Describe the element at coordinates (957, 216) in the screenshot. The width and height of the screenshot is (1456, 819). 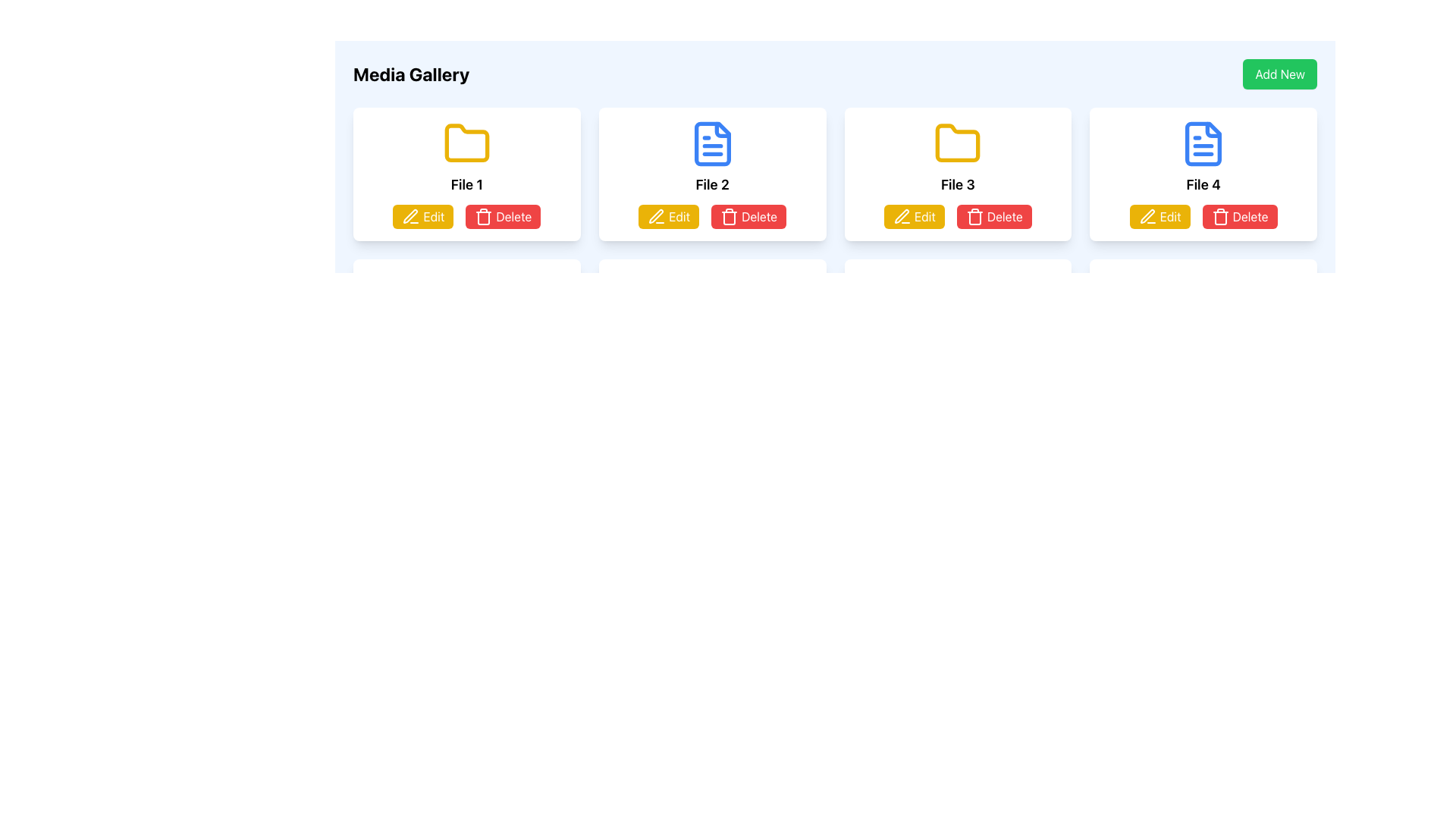
I see `the group of buttons labeled 'Edit' and 'Delete' located in the 'File 3' section` at that location.